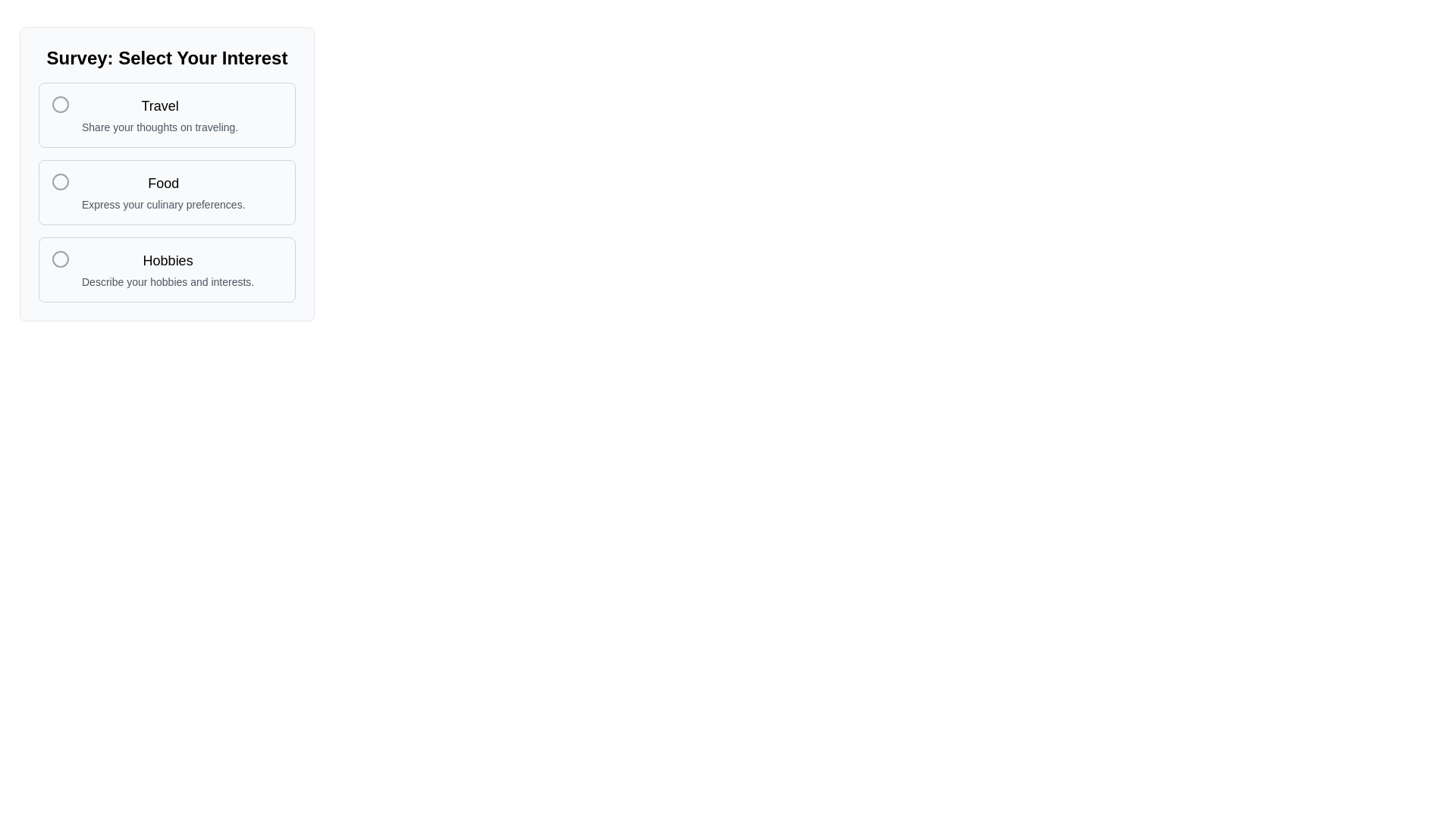  I want to click on the second card in the survey section that presents the 'Food' survey option, so click(167, 174).